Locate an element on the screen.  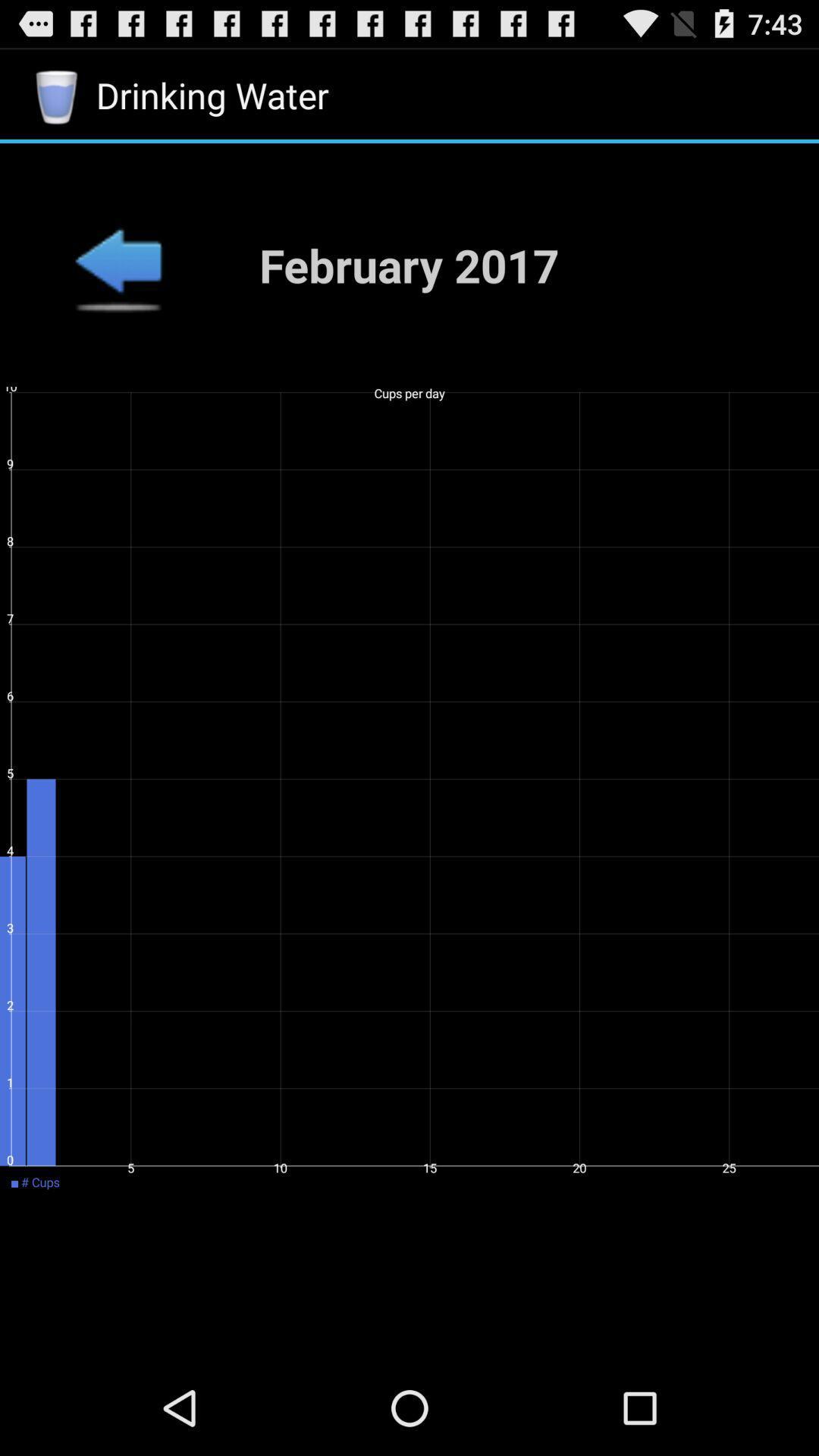
go back is located at coordinates (117, 265).